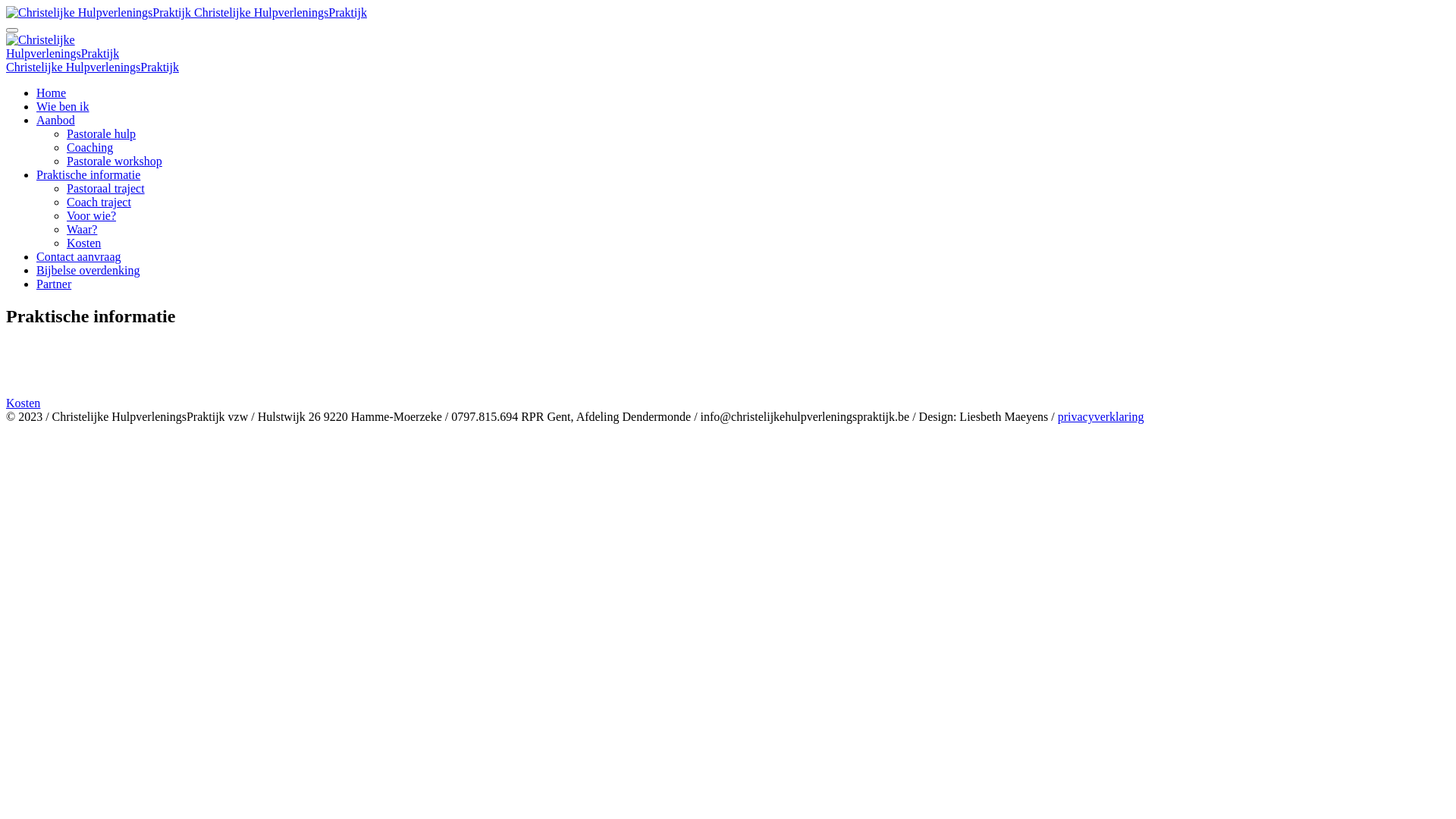 This screenshot has height=819, width=1456. Describe the element at coordinates (113, 161) in the screenshot. I see `'Pastorale workshop'` at that location.